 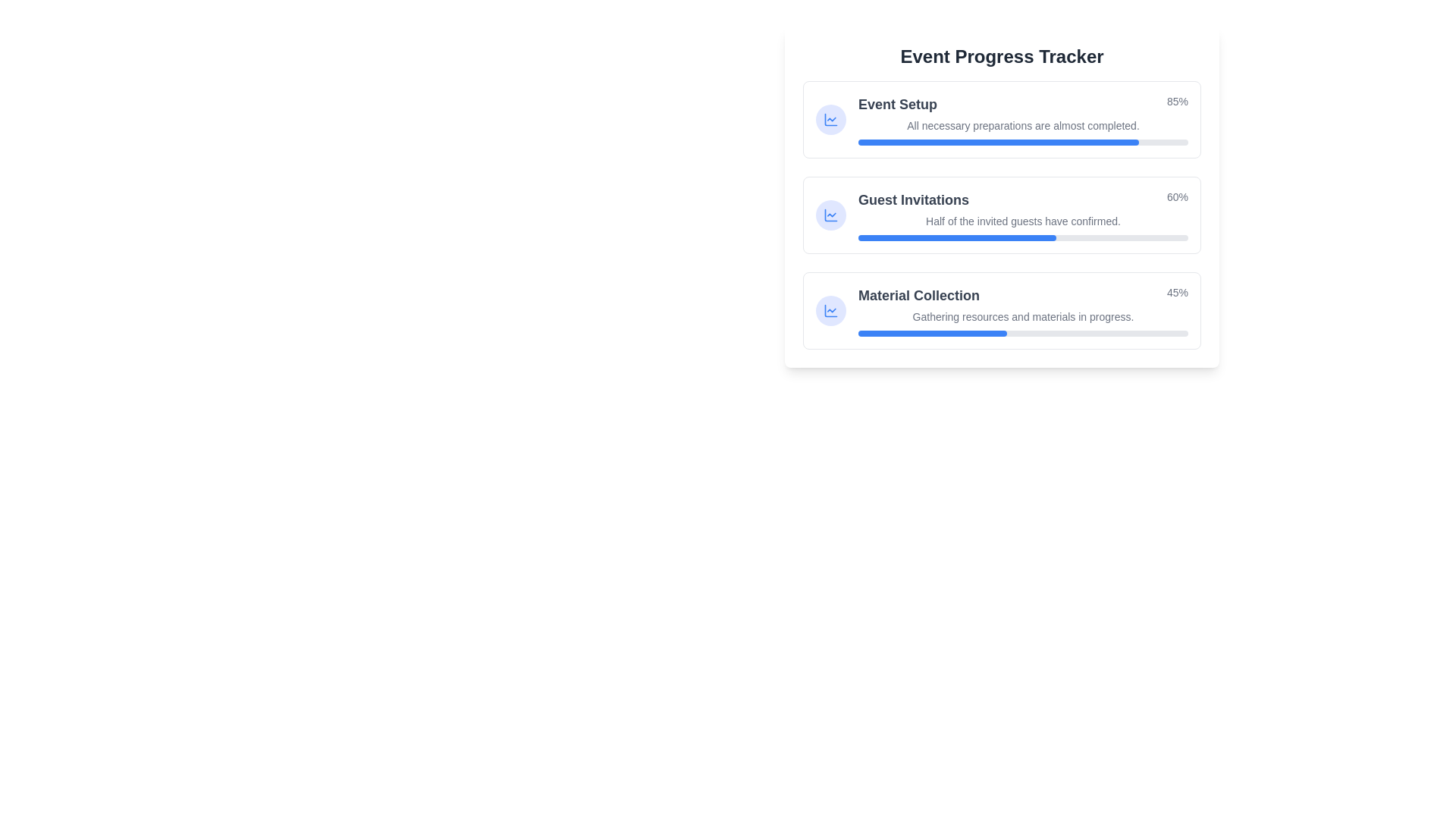 I want to click on the Progress Bar indicating 85% completion located in the 'Event Setup' section beneath the text 'All necessary preparations are almost completed.', so click(x=1023, y=143).